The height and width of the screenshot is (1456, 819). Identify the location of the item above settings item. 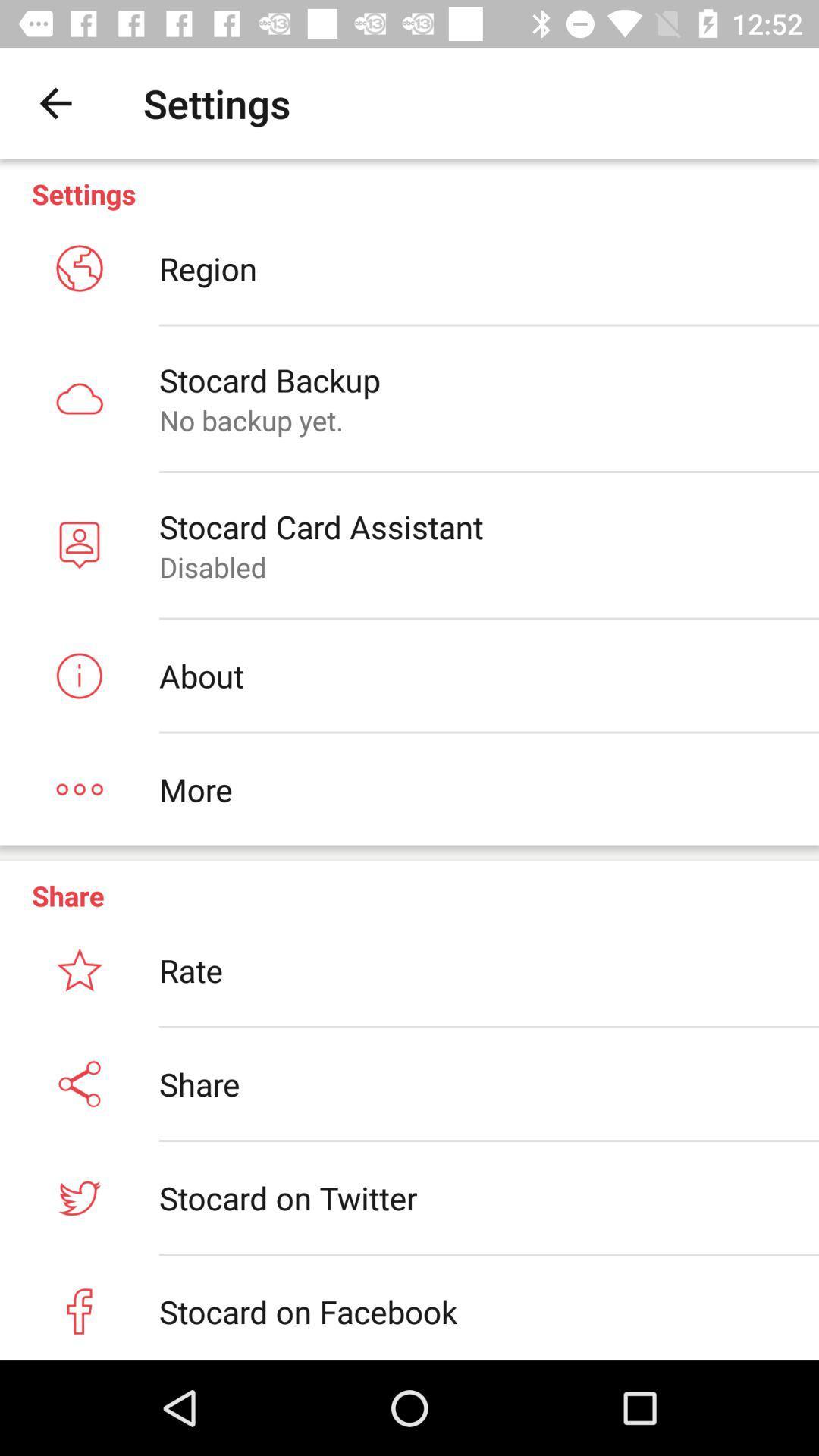
(55, 102).